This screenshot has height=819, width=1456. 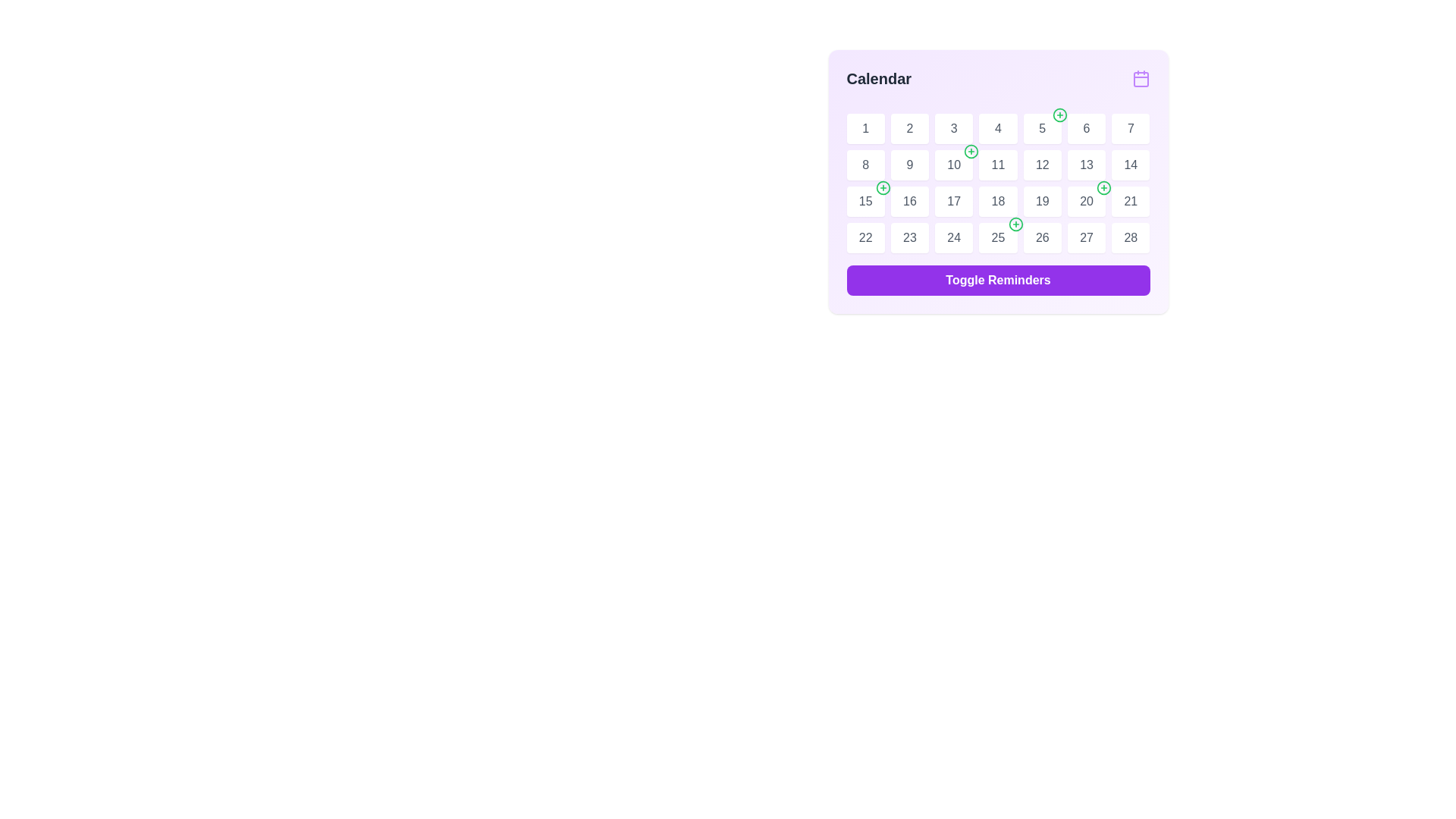 I want to click on the static text element representing the date '14' in the calendar, so click(x=1131, y=164).